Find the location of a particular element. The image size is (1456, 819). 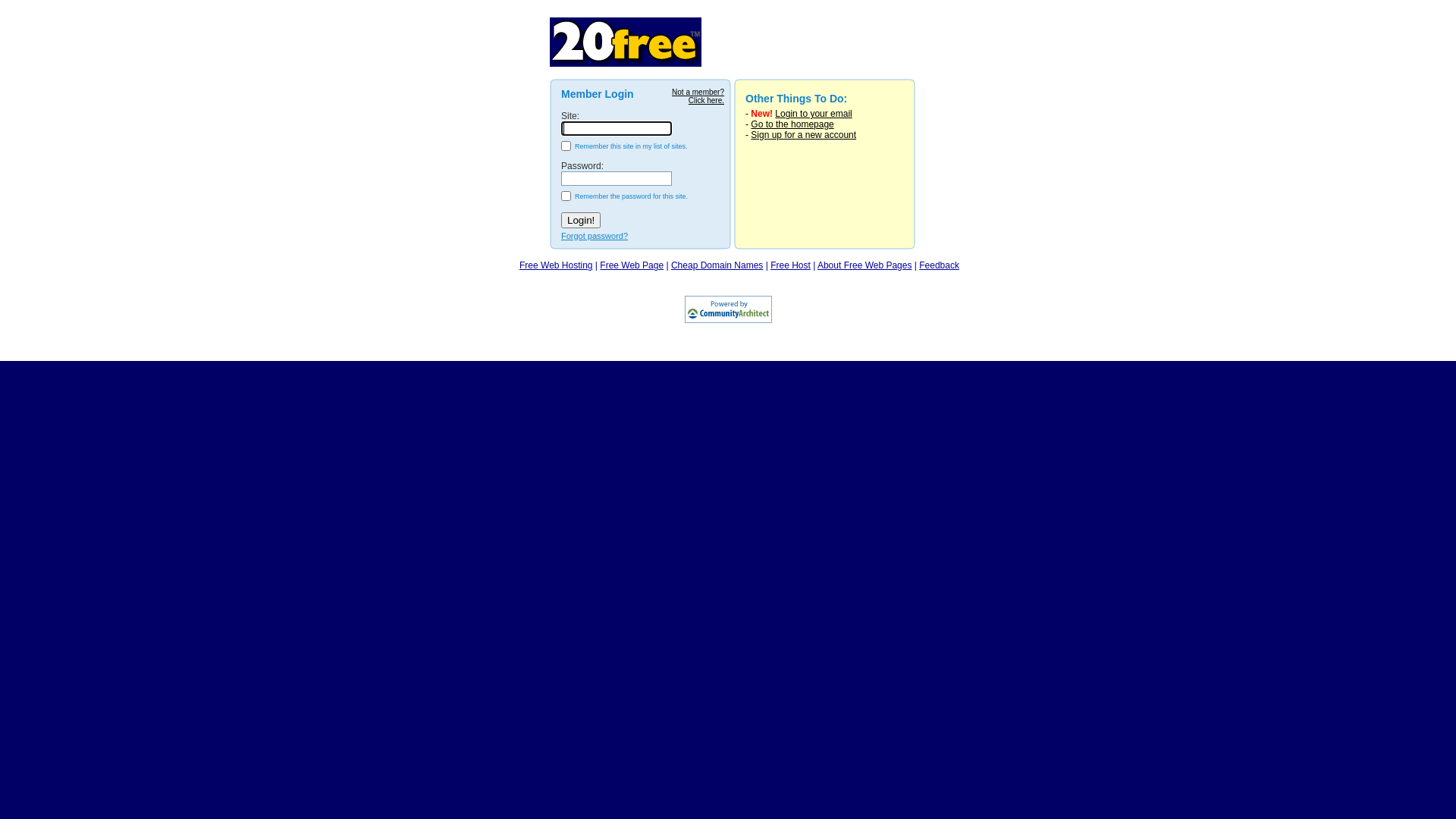

'Feedback' is located at coordinates (938, 265).